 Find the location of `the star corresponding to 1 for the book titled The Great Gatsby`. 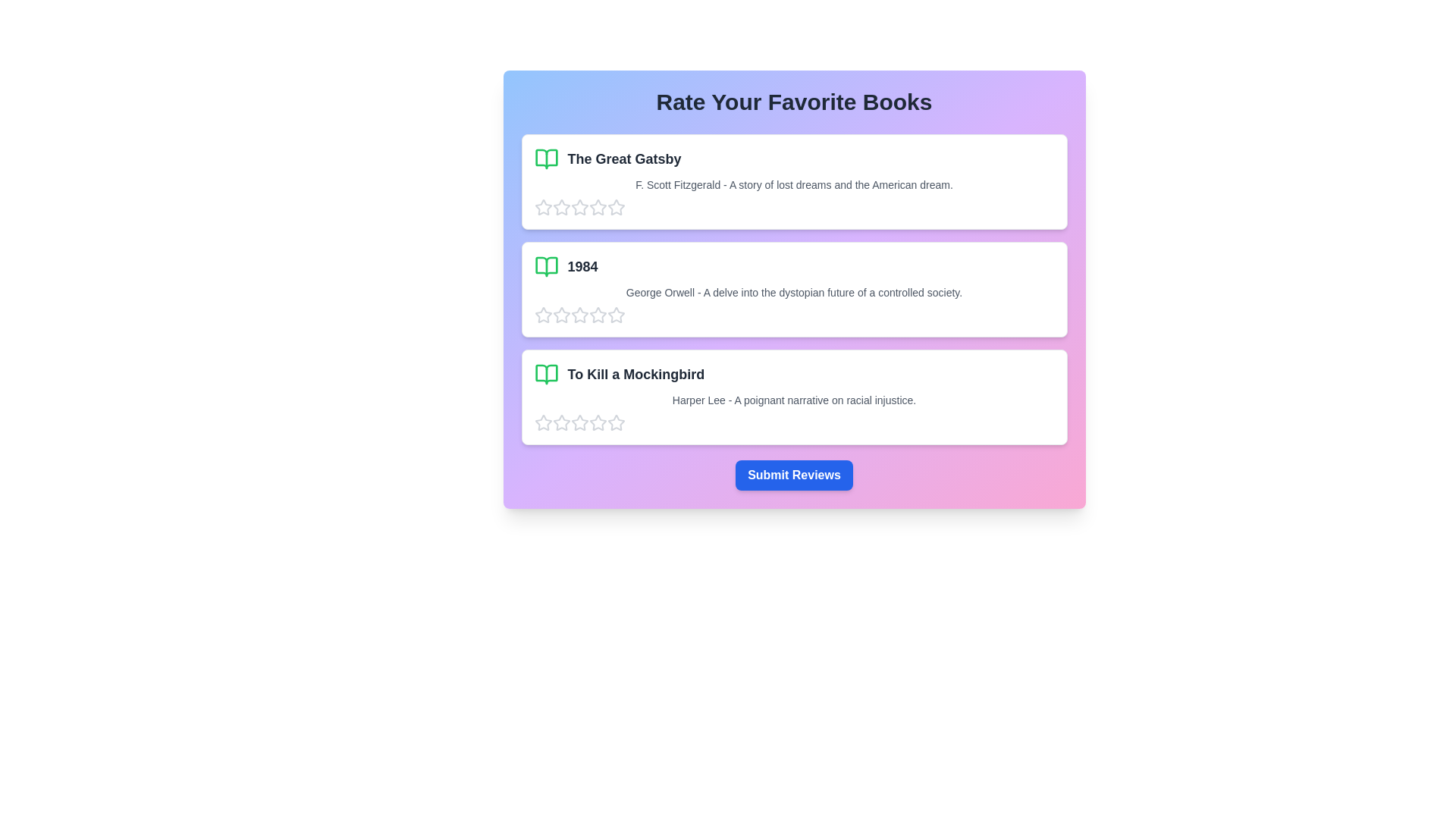

the star corresponding to 1 for the book titled The Great Gatsby is located at coordinates (543, 207).